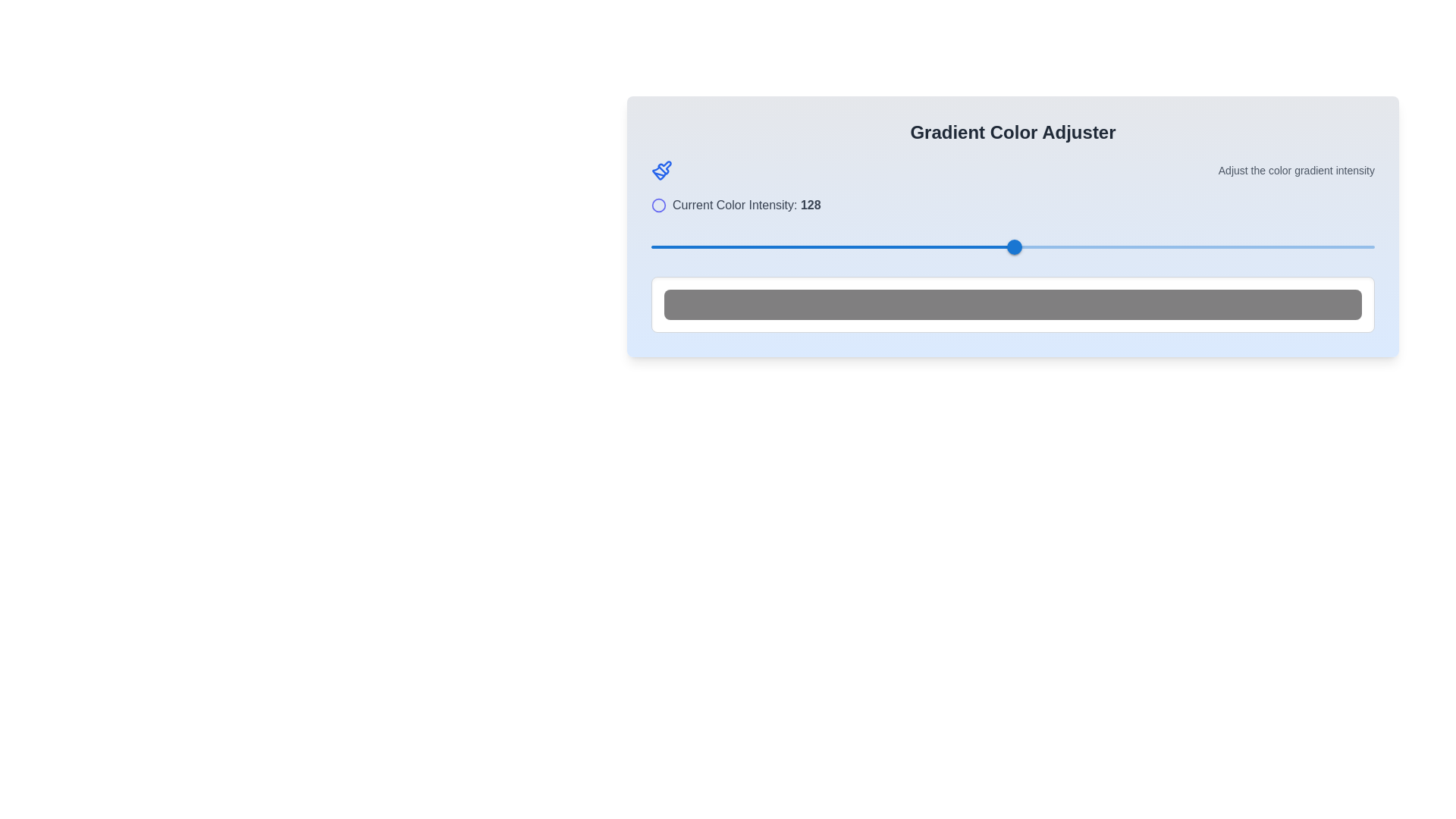 The height and width of the screenshot is (819, 1456). Describe the element at coordinates (1014, 246) in the screenshot. I see `and hold the circular slider thumb with a blue fill displaying the numeric value '128' to move it along the horizontal slider track` at that location.